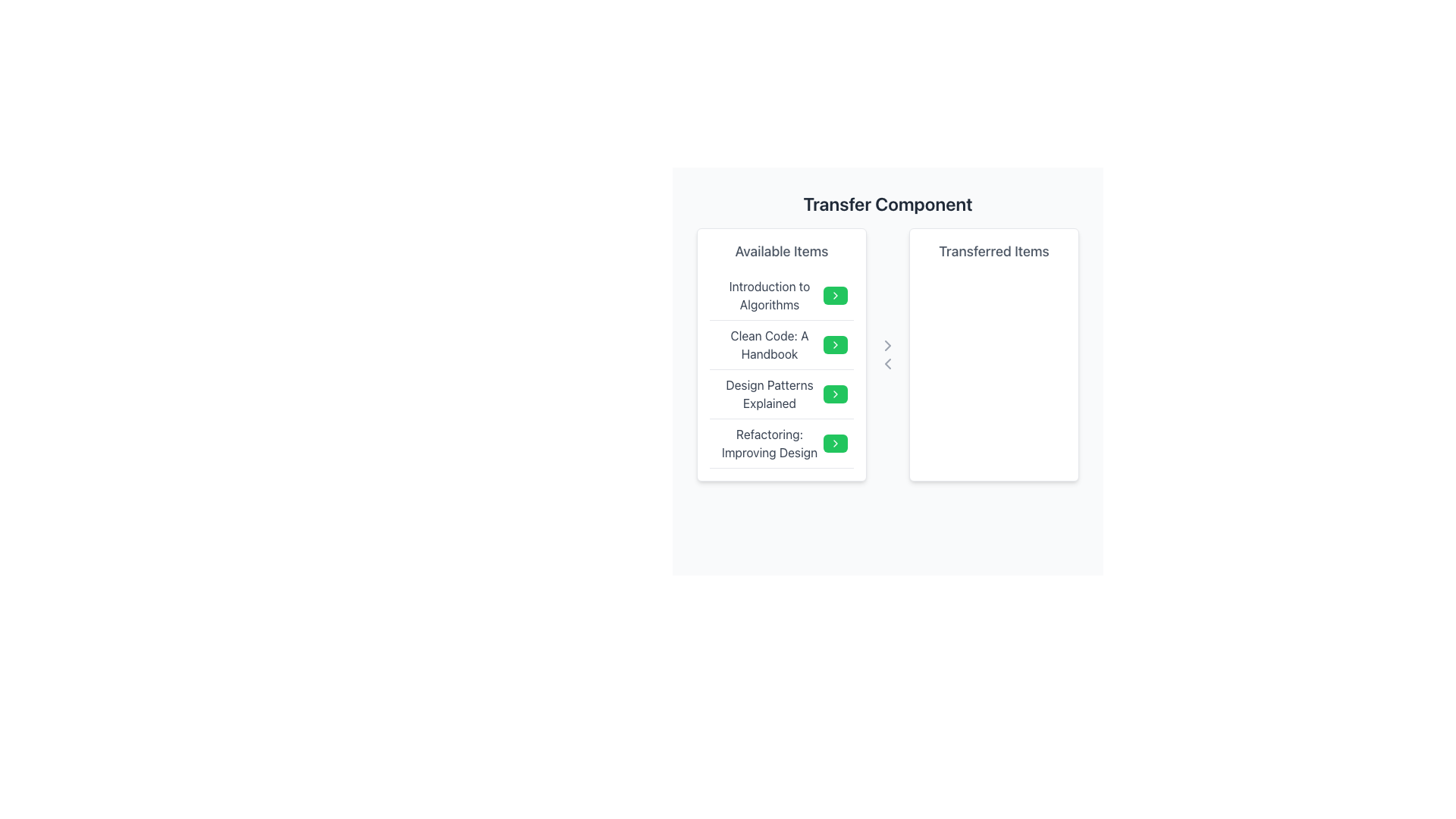  I want to click on to select the second item in the 'Available Items' list, which is 'Clean Code: A Handbook', so click(782, 345).